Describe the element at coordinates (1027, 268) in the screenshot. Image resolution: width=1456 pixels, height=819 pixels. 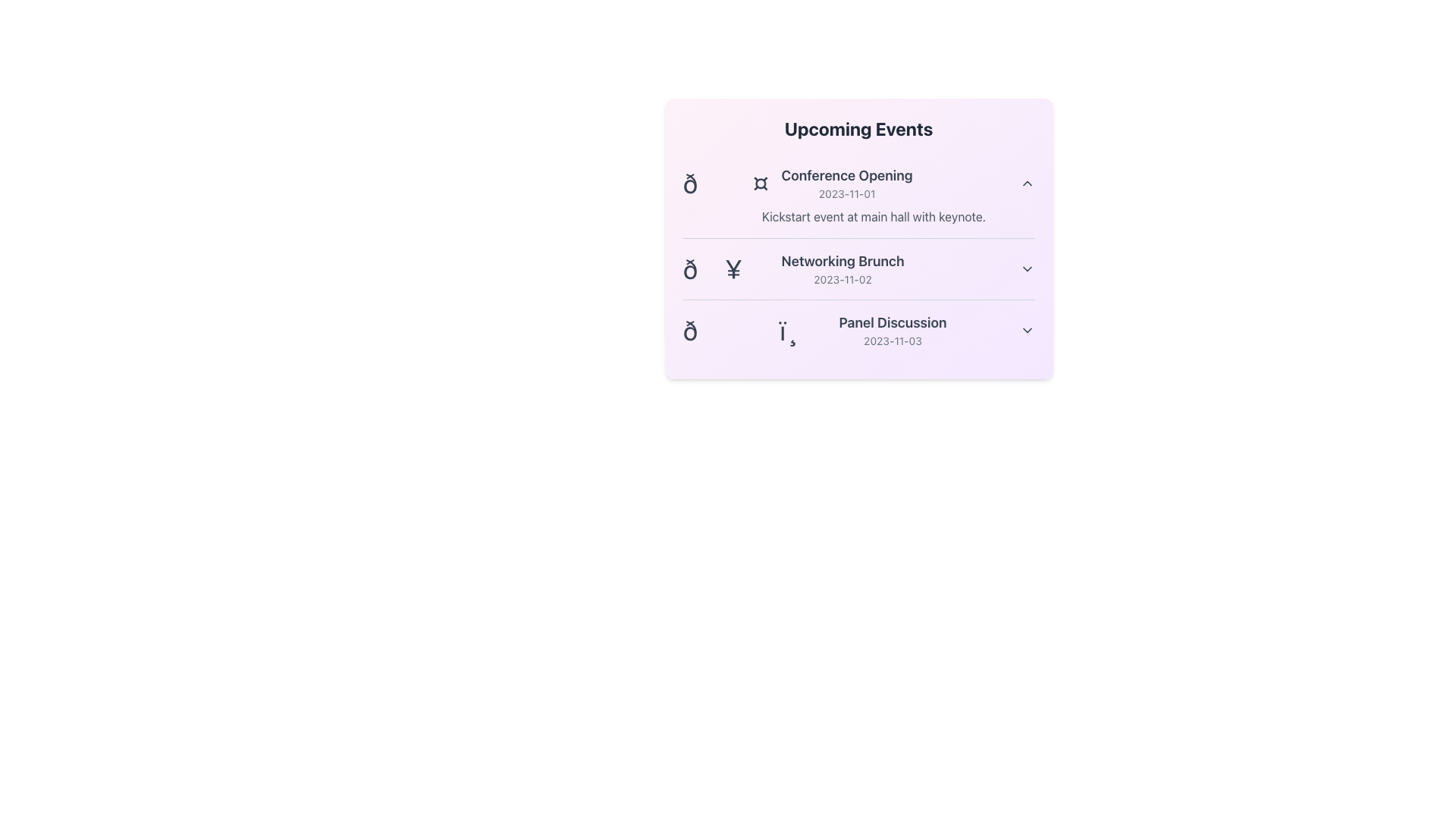
I see `the Chevron Icon located to the far-right side of the 'Networking Brunch' event details` at that location.